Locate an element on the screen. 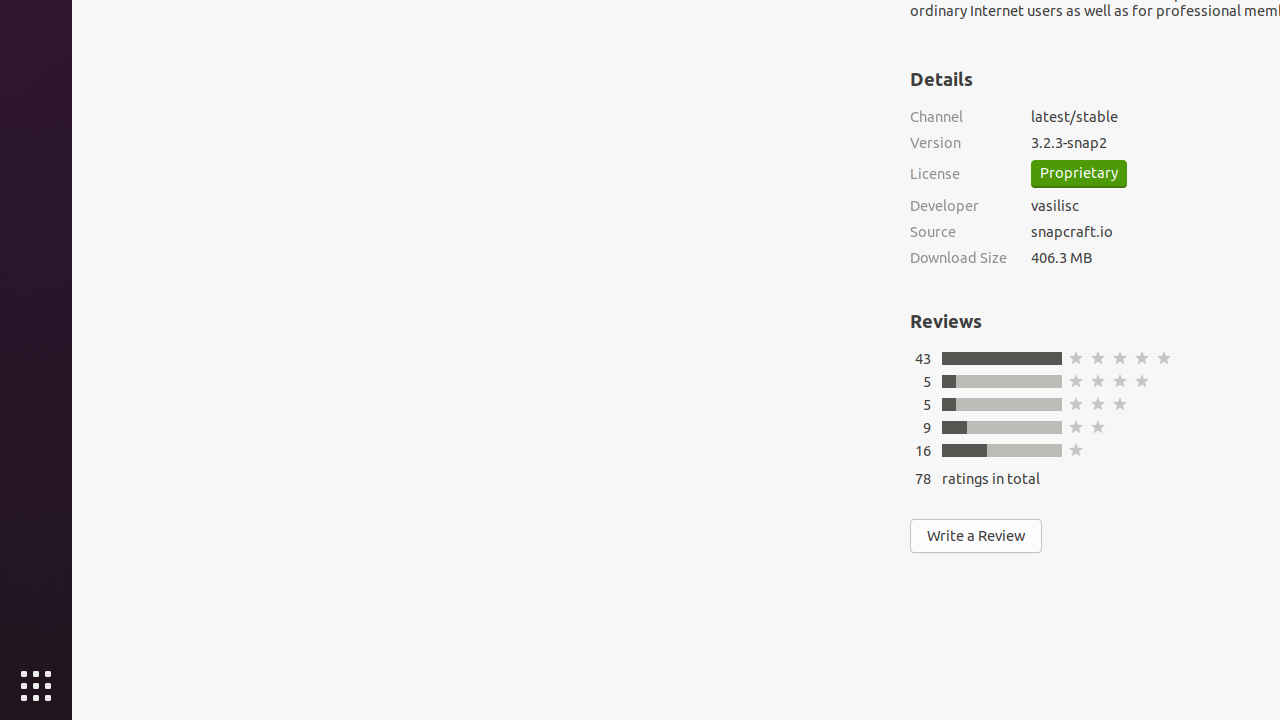 The height and width of the screenshot is (720, 1280). 'Reviews' is located at coordinates (945, 319).